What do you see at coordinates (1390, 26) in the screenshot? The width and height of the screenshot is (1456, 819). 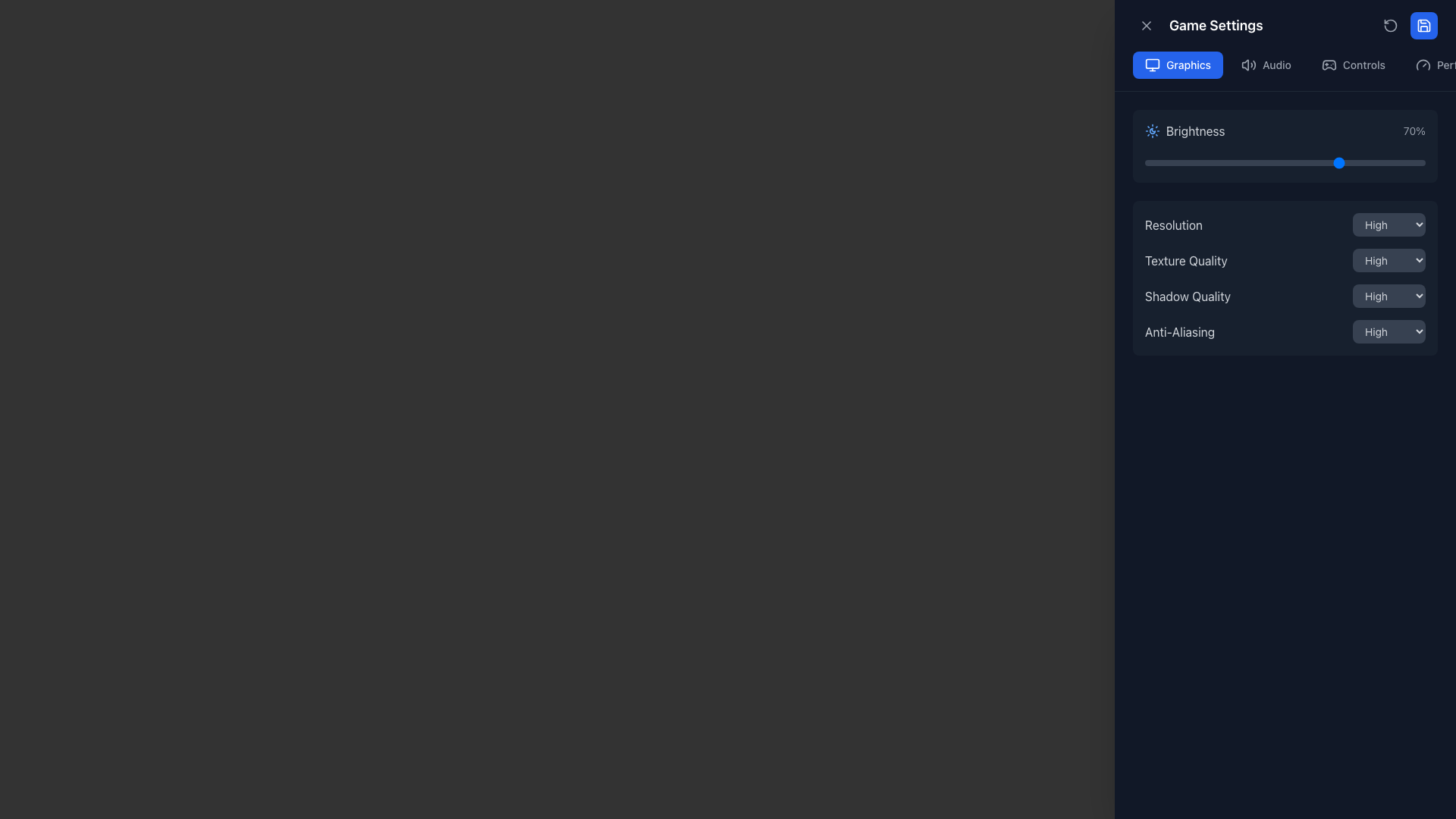 I see `the circular reset button with a counterclockwise arrow` at bounding box center [1390, 26].